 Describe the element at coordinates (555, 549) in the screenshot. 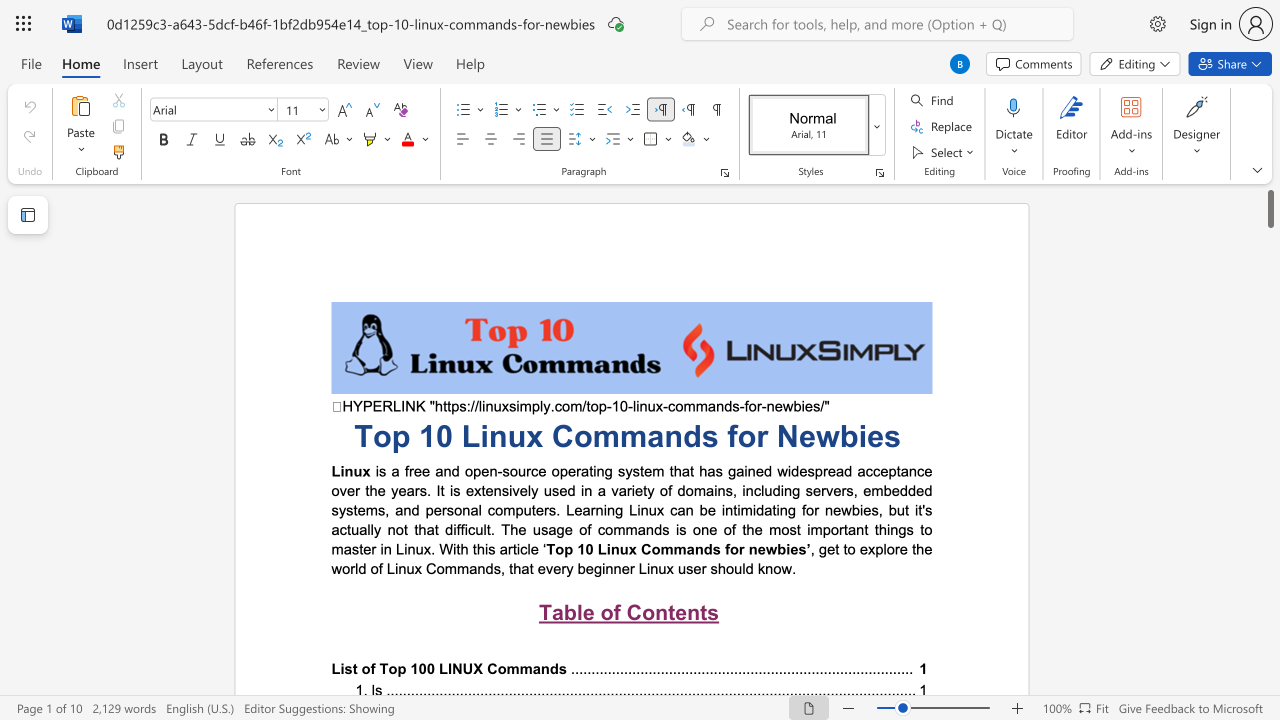

I see `the space between the continuous character "T" and "o" in the text` at that location.